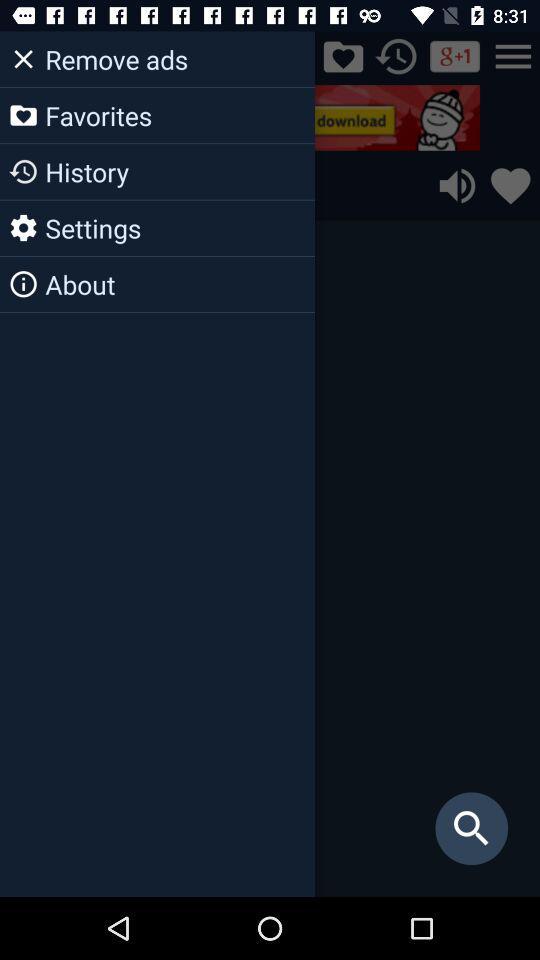  What do you see at coordinates (396, 55) in the screenshot?
I see `the history icon` at bounding box center [396, 55].